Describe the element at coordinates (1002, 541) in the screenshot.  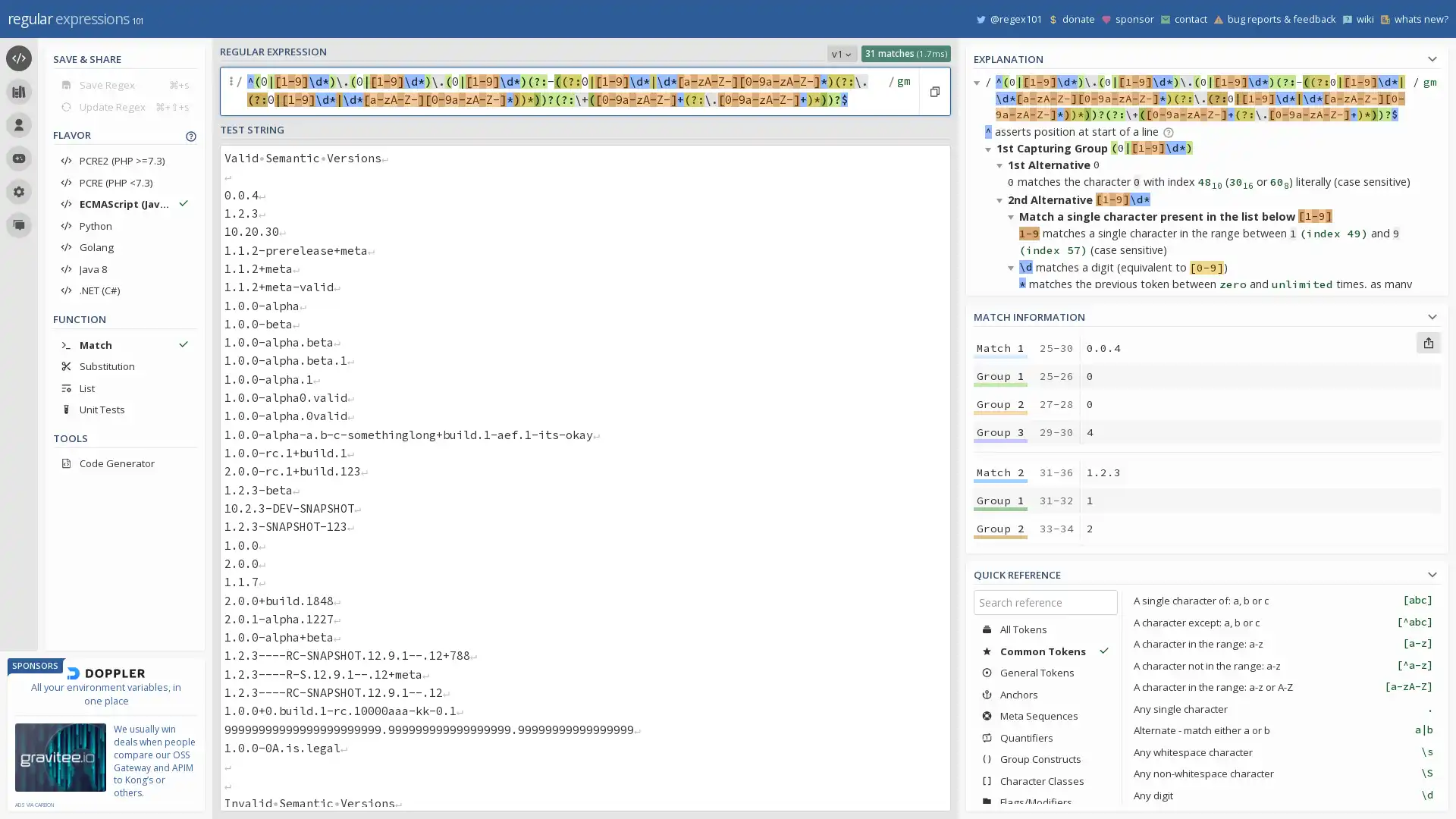
I see `Collapse Subtree` at that location.